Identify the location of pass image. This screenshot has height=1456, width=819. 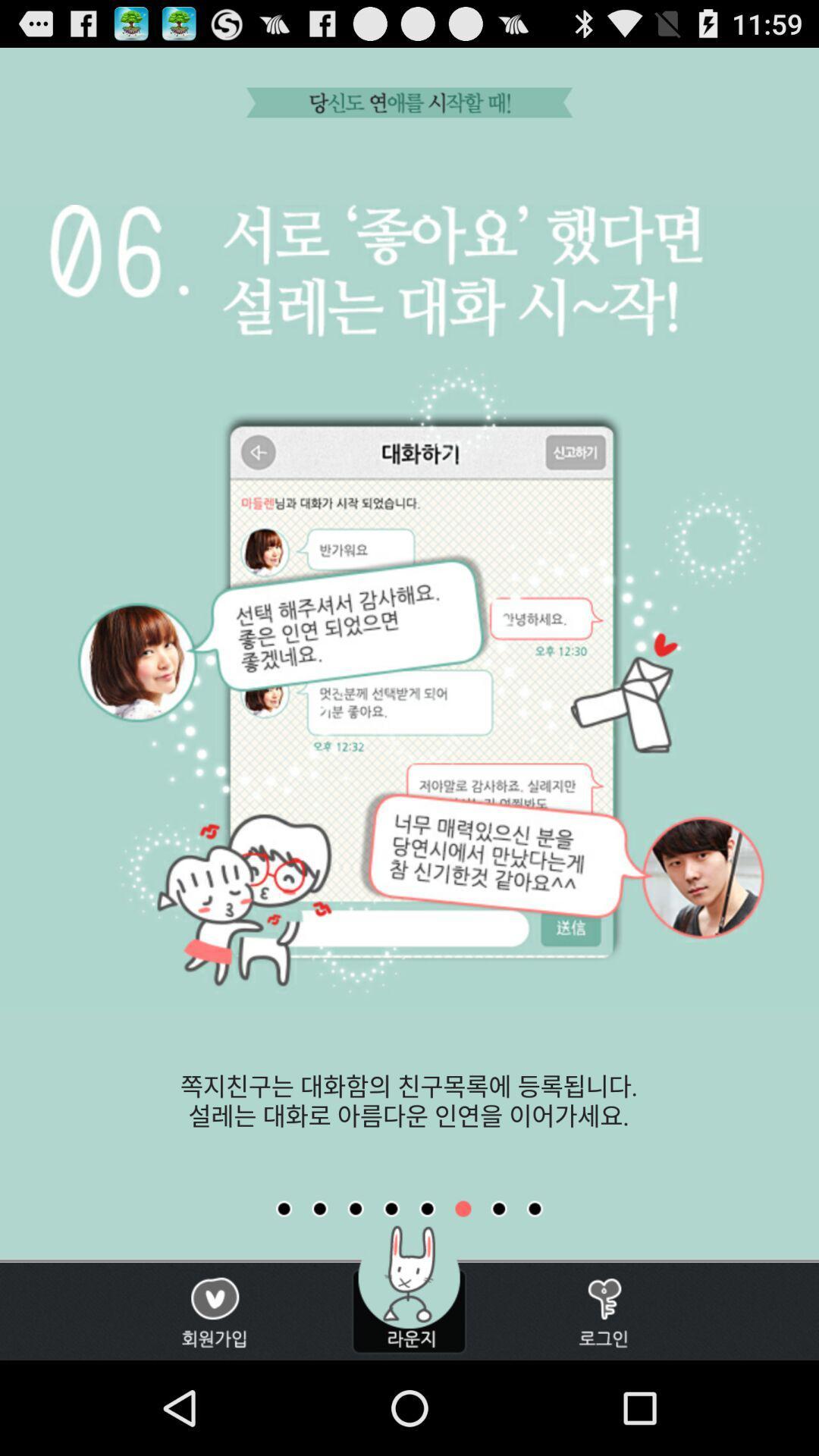
(462, 1208).